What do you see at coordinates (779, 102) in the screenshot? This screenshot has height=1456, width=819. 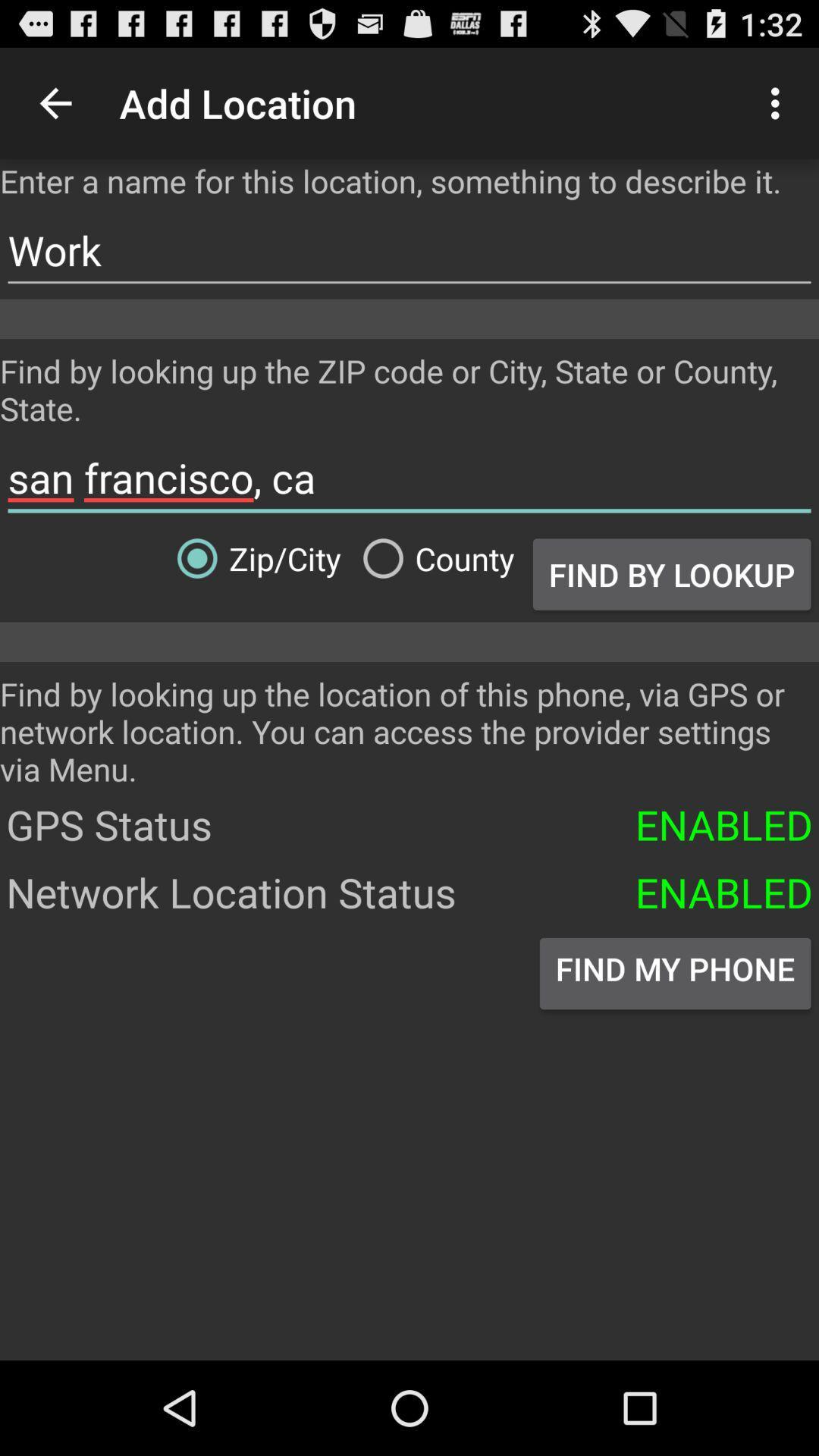 I see `item next to the add location app` at bounding box center [779, 102].